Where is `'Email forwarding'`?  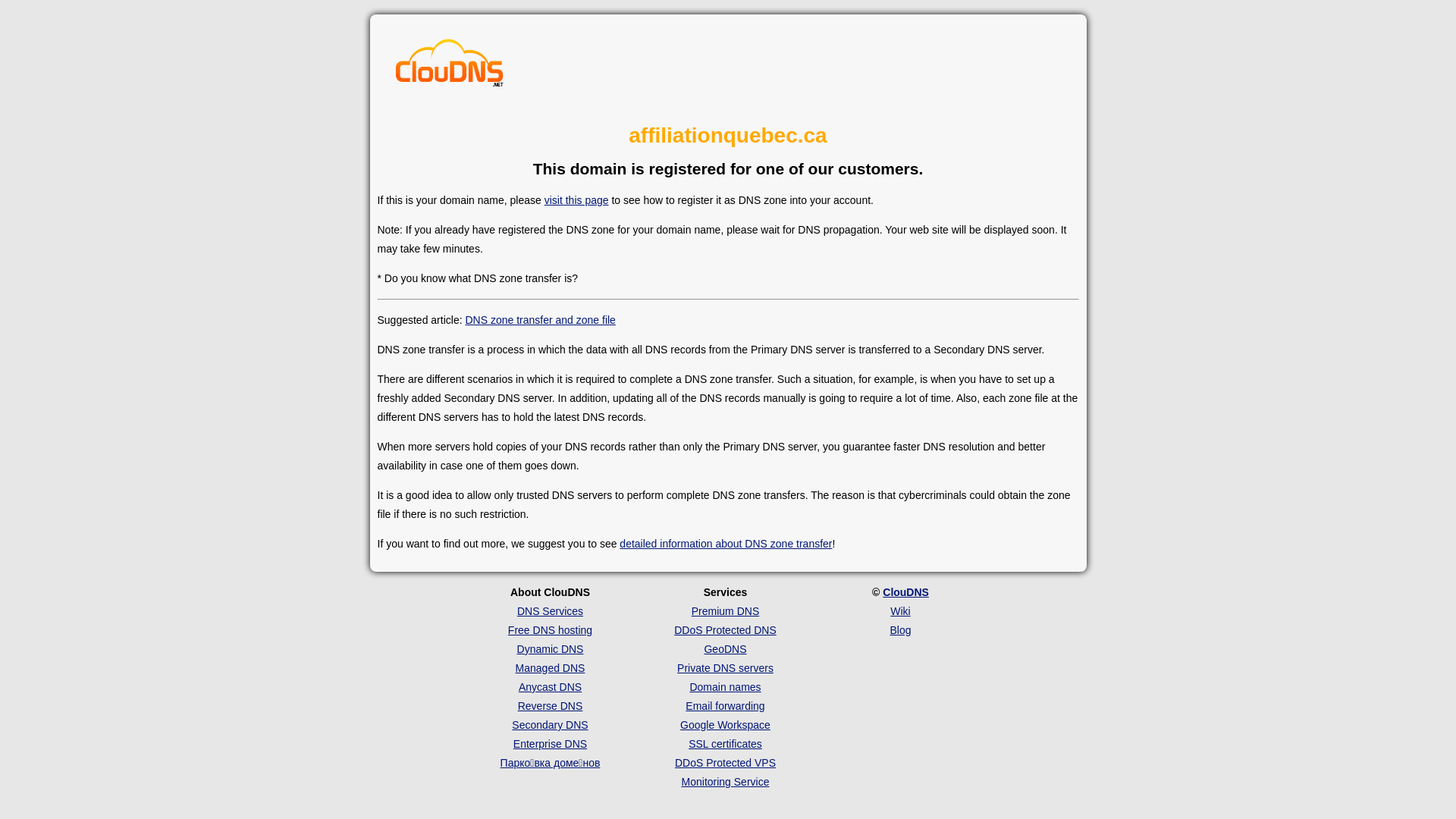
'Email forwarding' is located at coordinates (723, 705).